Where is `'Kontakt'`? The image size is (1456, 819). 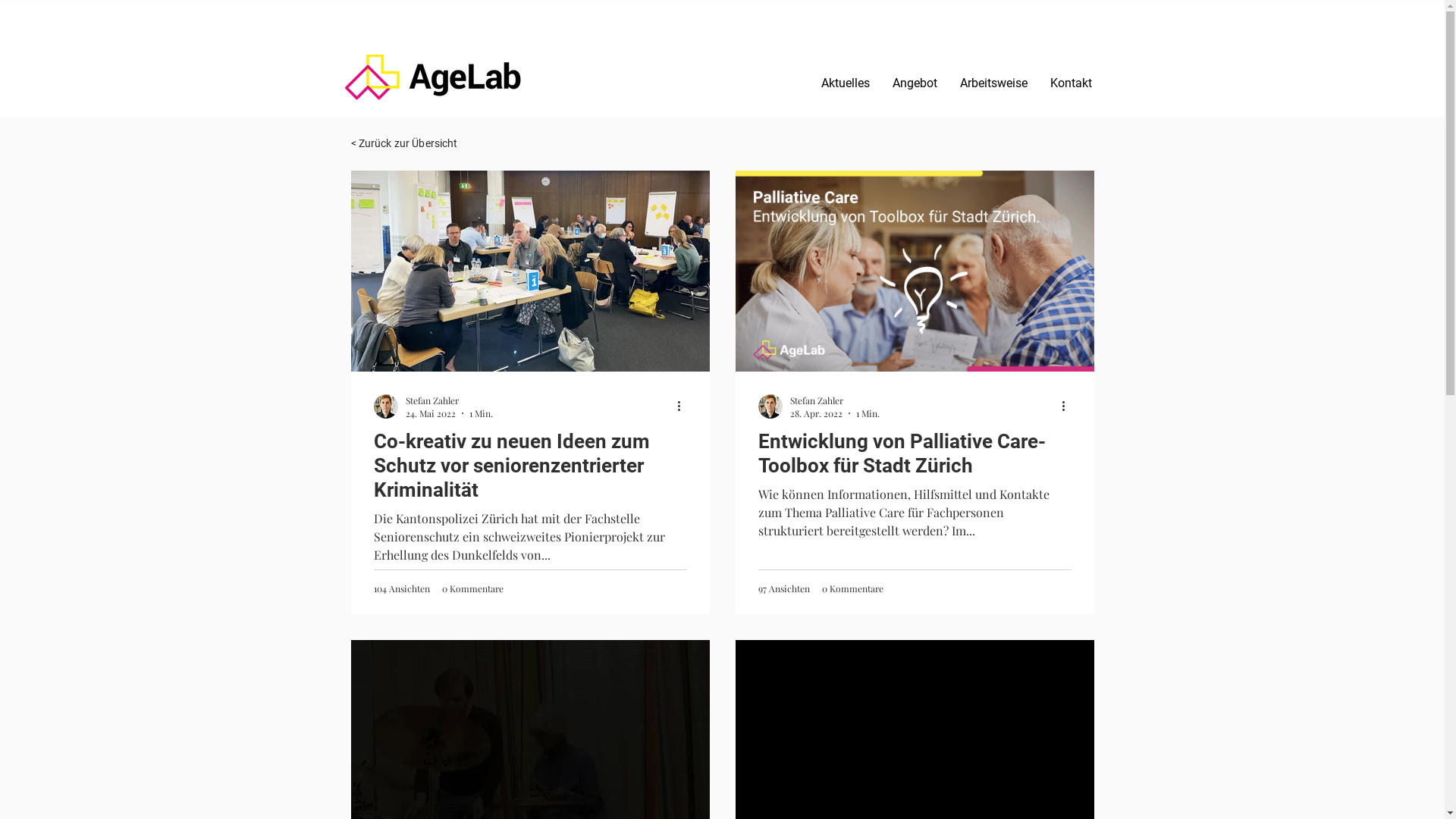
'Kontakt' is located at coordinates (1070, 82).